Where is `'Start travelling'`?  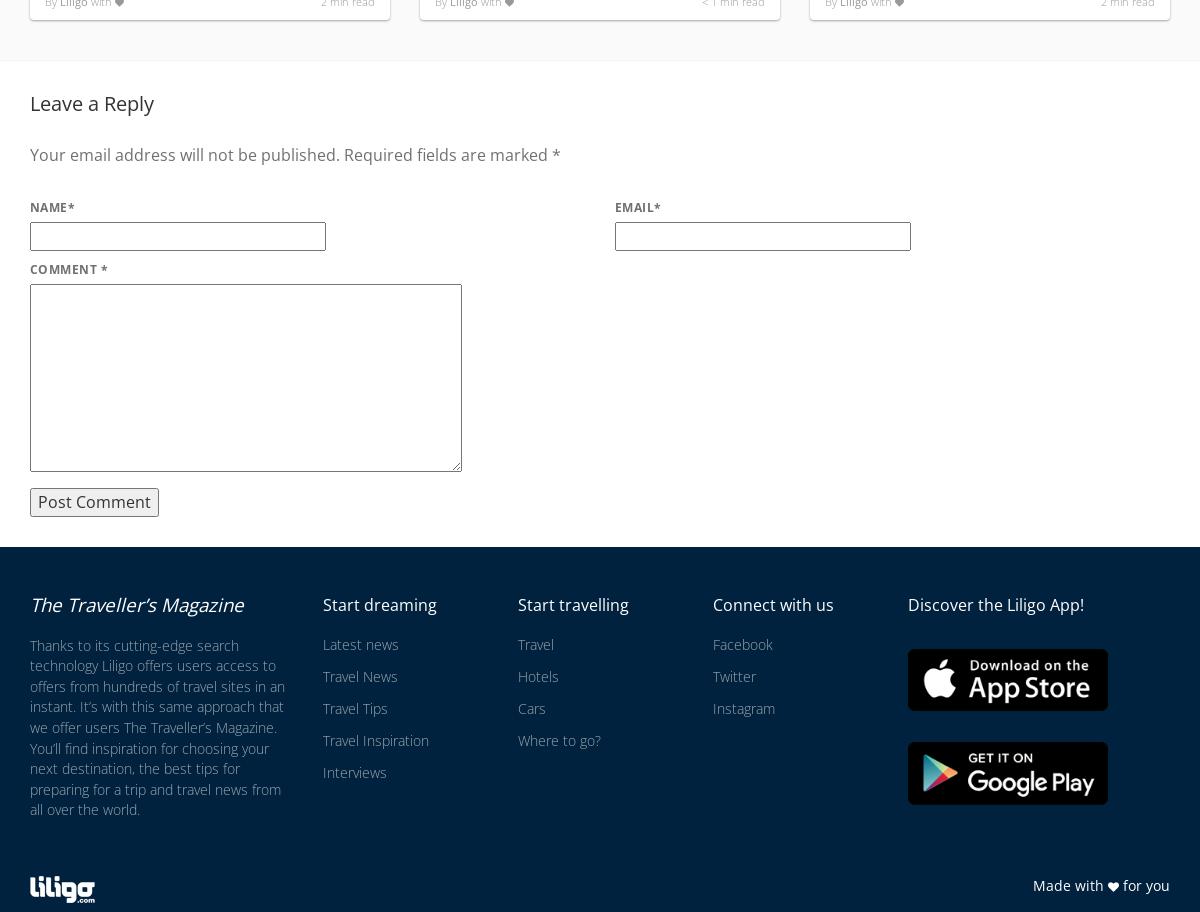
'Start travelling' is located at coordinates (571, 604).